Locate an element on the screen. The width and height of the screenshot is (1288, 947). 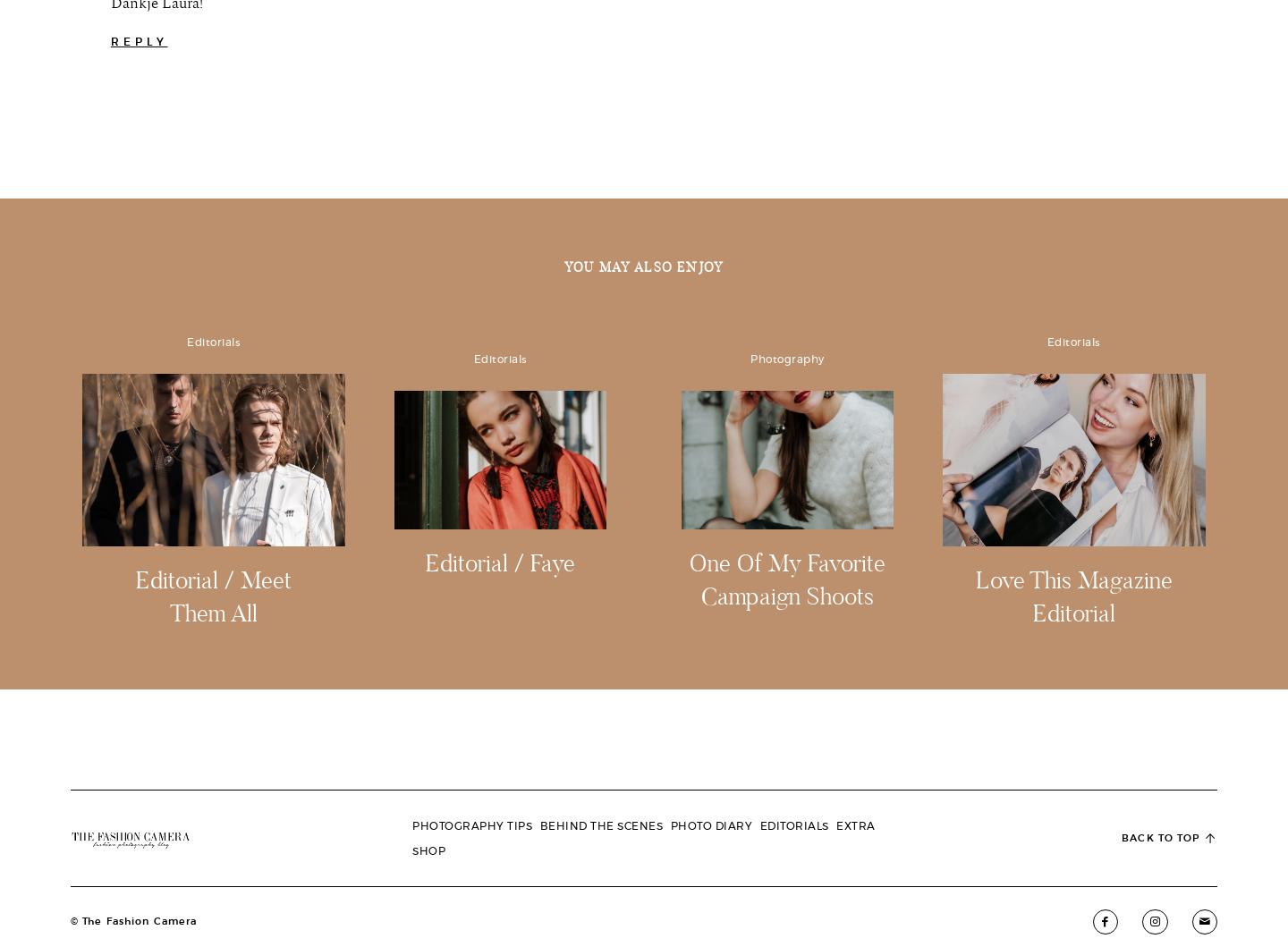
'Love This Magazine Editorial' is located at coordinates (1072, 717).